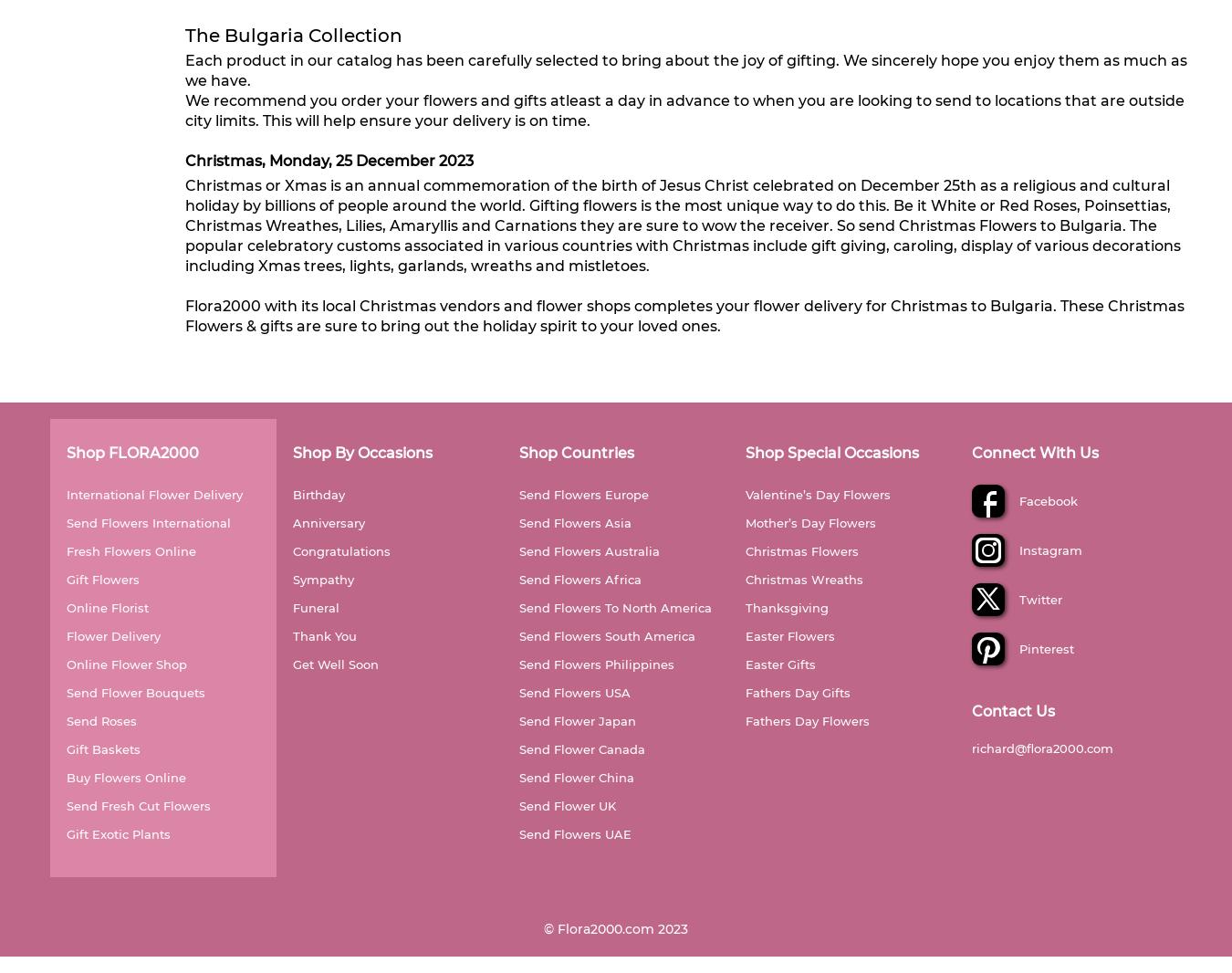 This screenshot has height=973, width=1232. What do you see at coordinates (119, 833) in the screenshot?
I see `'Gift Exotic Plants'` at bounding box center [119, 833].